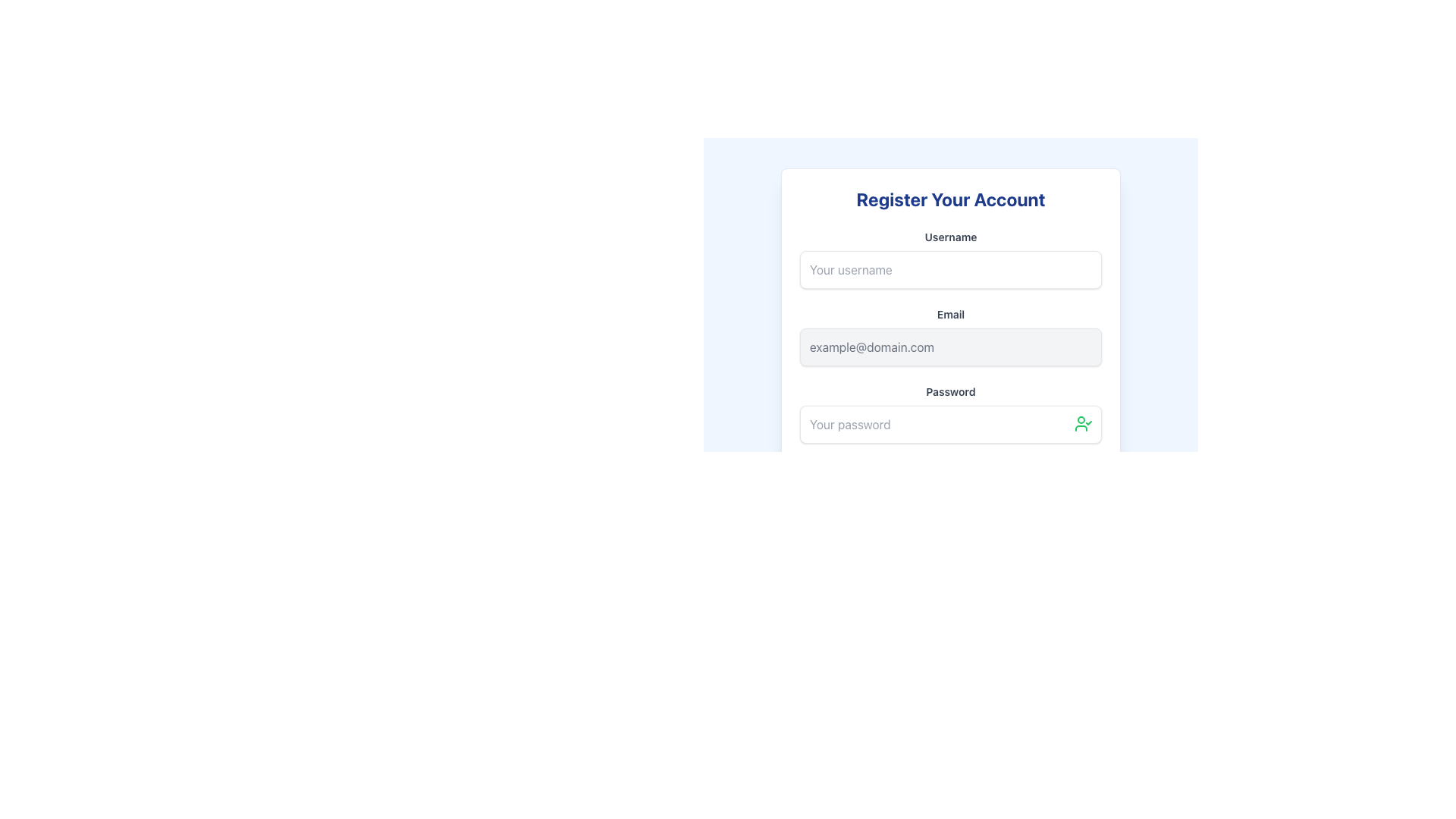  Describe the element at coordinates (1083, 424) in the screenshot. I see `the verification button with a user and checkmark icon located in the top-right area of the password input field on the registration form` at that location.